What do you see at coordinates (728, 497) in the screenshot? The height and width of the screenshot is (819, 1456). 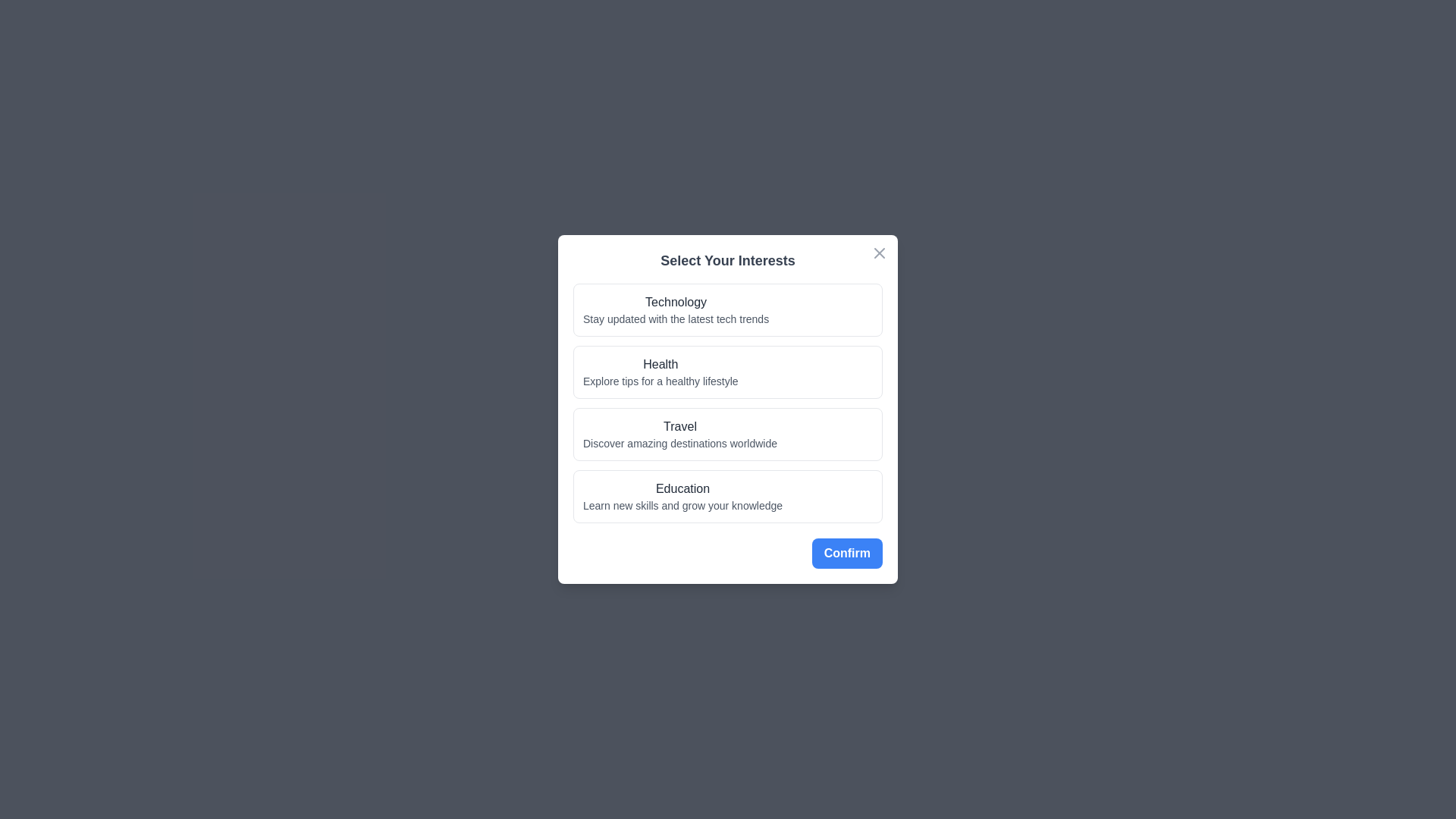 I see `the interest Education from the list` at bounding box center [728, 497].